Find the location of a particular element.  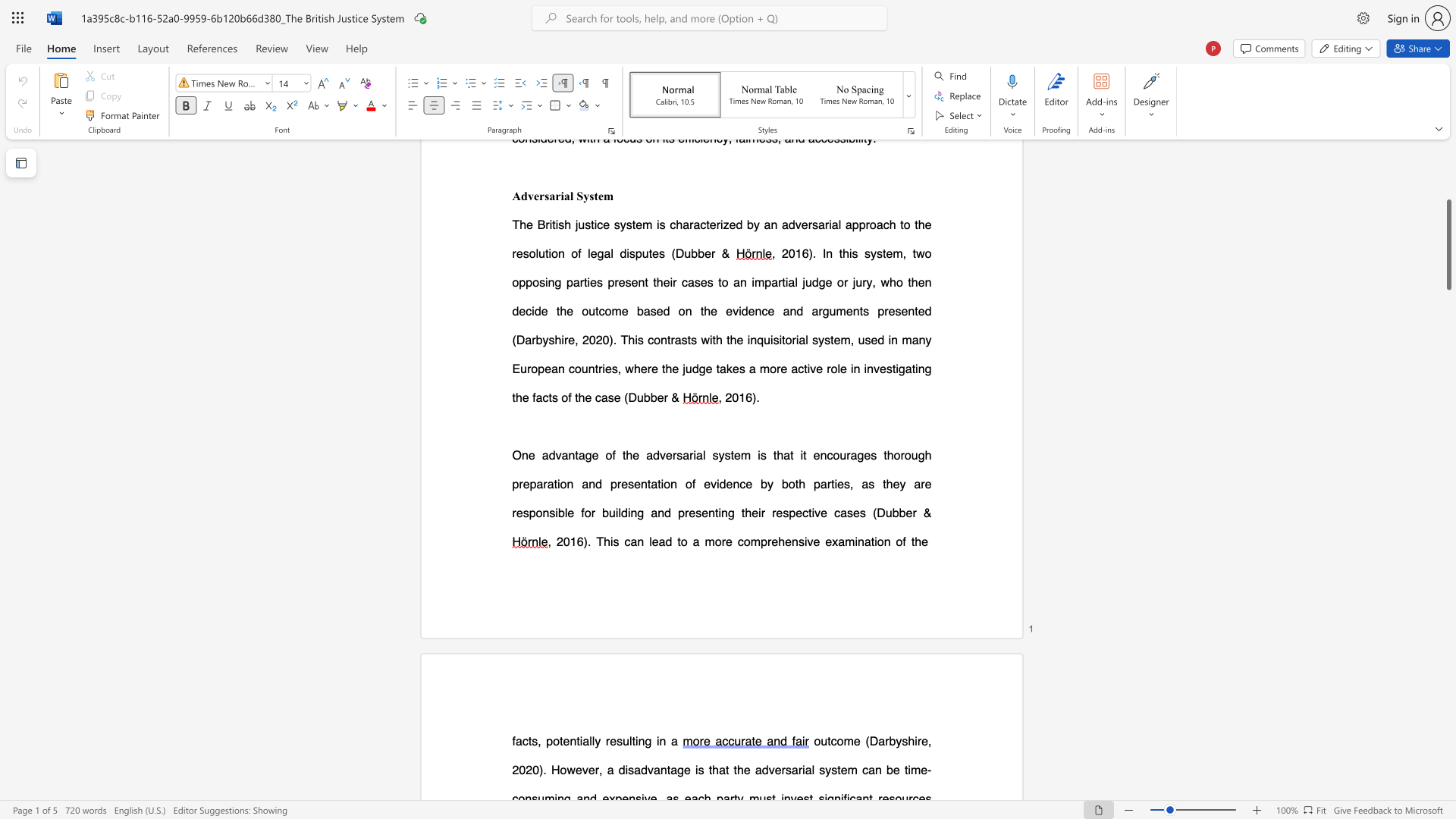

the subset text "sive examination o" within the text ". This can lead to a more comprehensive examination of the" is located at coordinates (797, 541).